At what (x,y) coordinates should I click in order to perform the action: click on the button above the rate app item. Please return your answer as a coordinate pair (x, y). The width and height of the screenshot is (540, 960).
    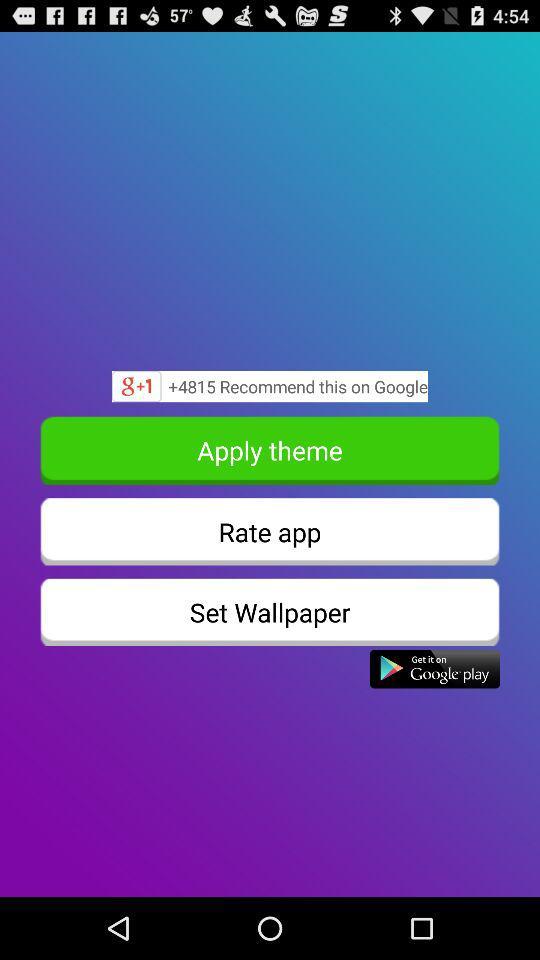
    Looking at the image, I should click on (270, 450).